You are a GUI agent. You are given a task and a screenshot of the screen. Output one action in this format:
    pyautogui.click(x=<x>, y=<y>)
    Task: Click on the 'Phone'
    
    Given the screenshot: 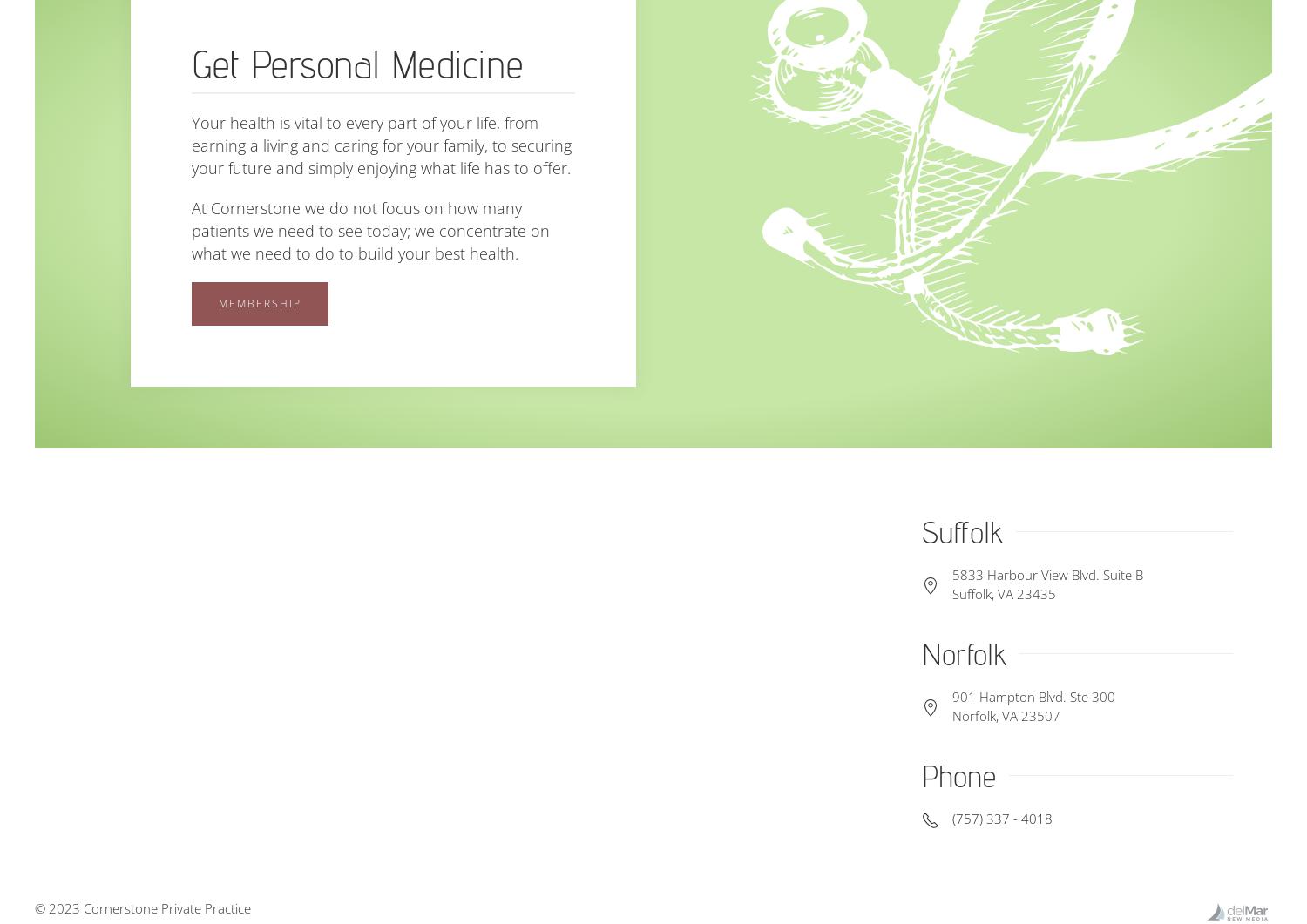 What is the action you would take?
    pyautogui.click(x=957, y=773)
    